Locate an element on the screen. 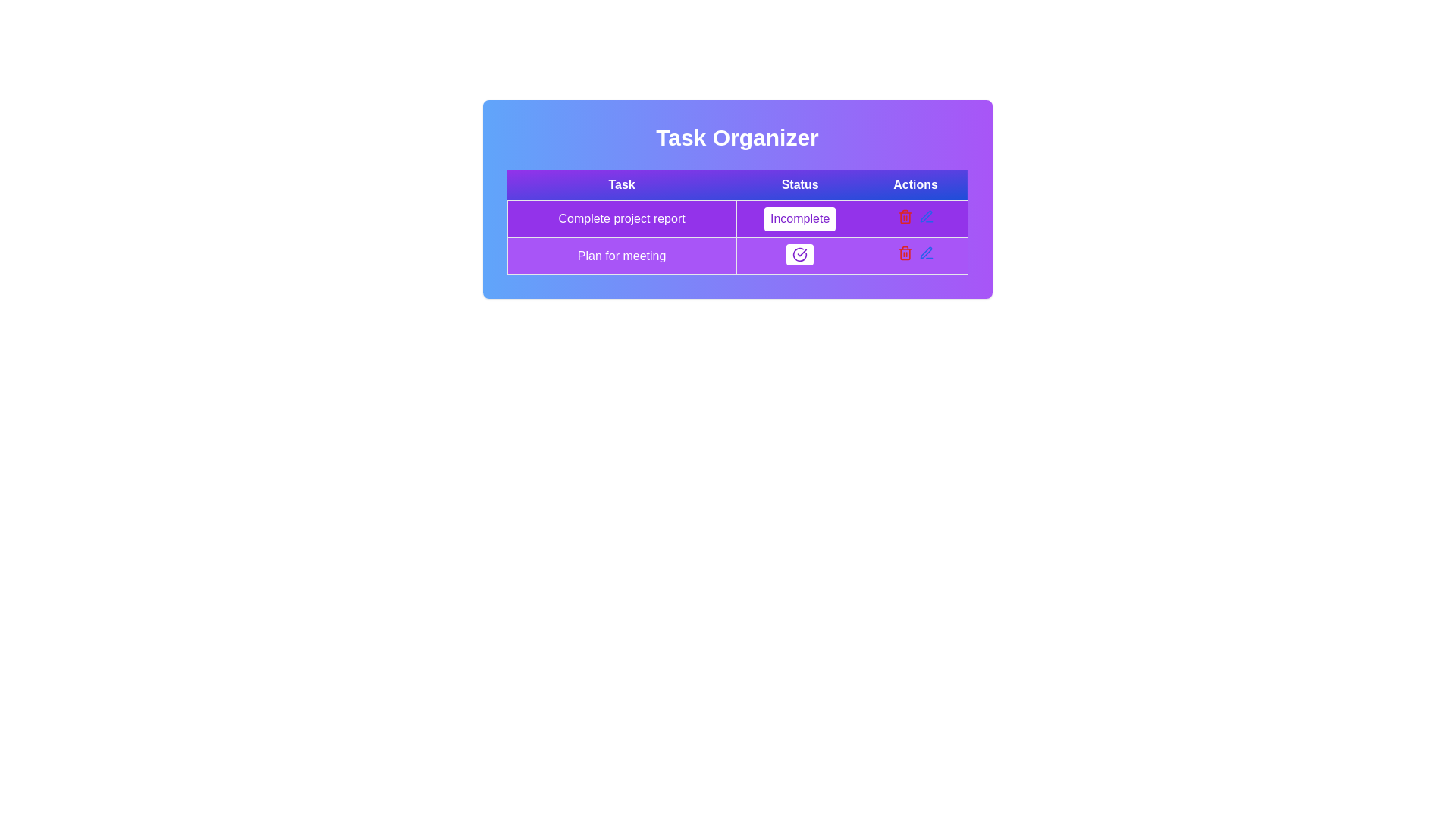 The width and height of the screenshot is (1456, 819). the 'Status' header tab in the task management interface, which is the second tab in the header bar with a gradient background from purple to blue is located at coordinates (799, 184).